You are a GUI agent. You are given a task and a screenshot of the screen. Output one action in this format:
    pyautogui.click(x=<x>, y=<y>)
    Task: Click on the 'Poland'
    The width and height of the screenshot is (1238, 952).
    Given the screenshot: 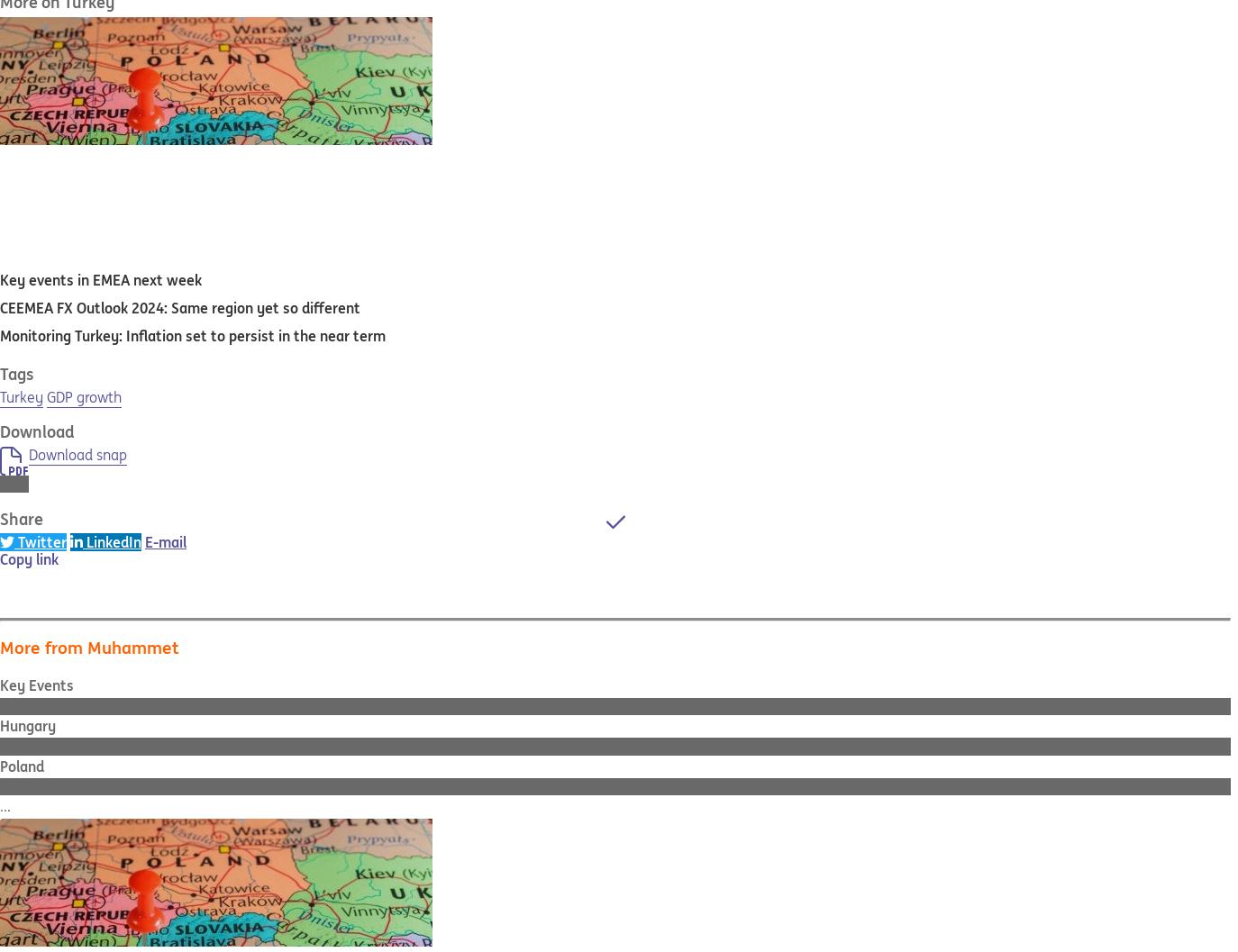 What is the action you would take?
    pyautogui.click(x=21, y=765)
    